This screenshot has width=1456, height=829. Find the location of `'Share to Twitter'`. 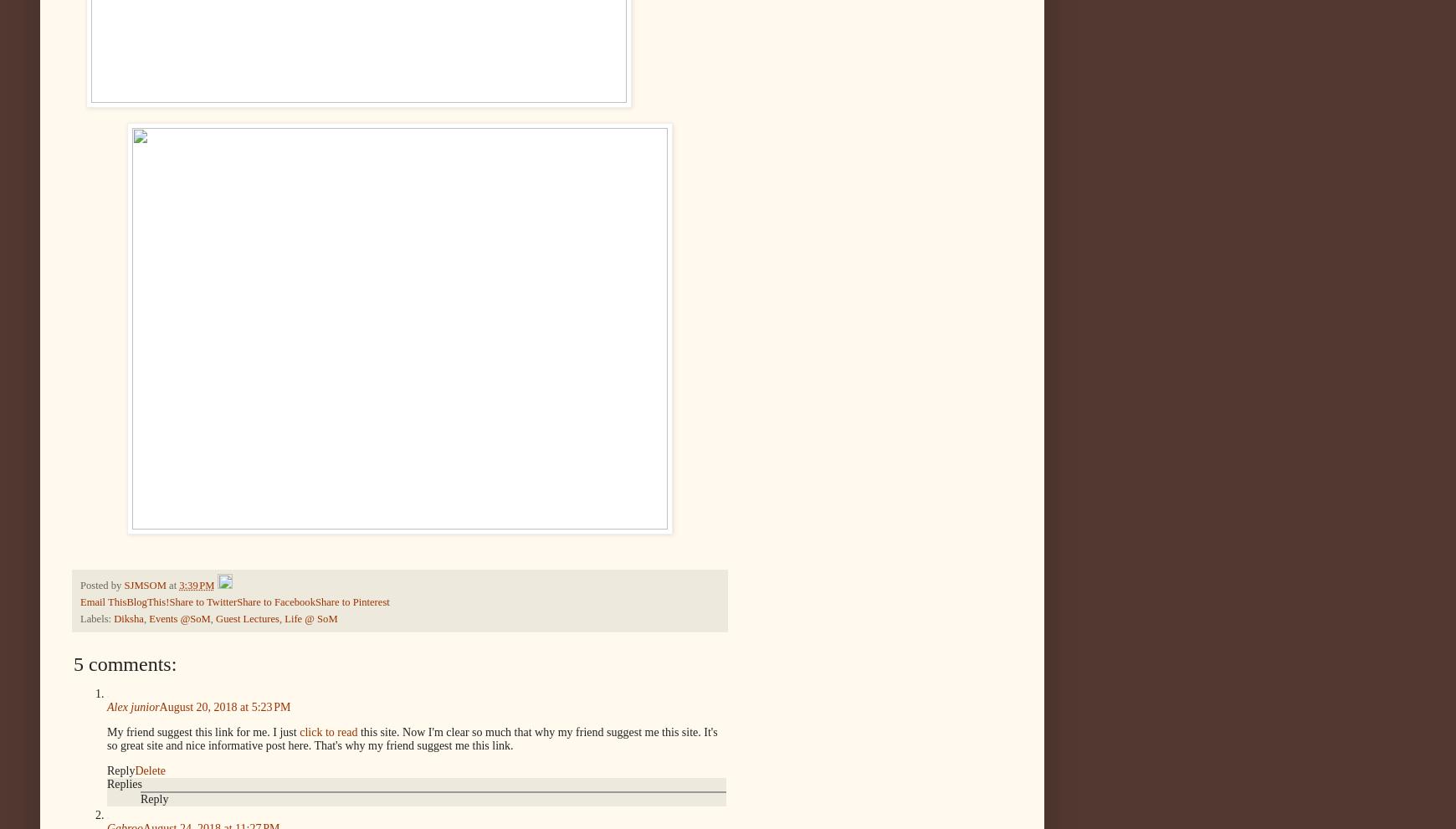

'Share to Twitter' is located at coordinates (168, 601).